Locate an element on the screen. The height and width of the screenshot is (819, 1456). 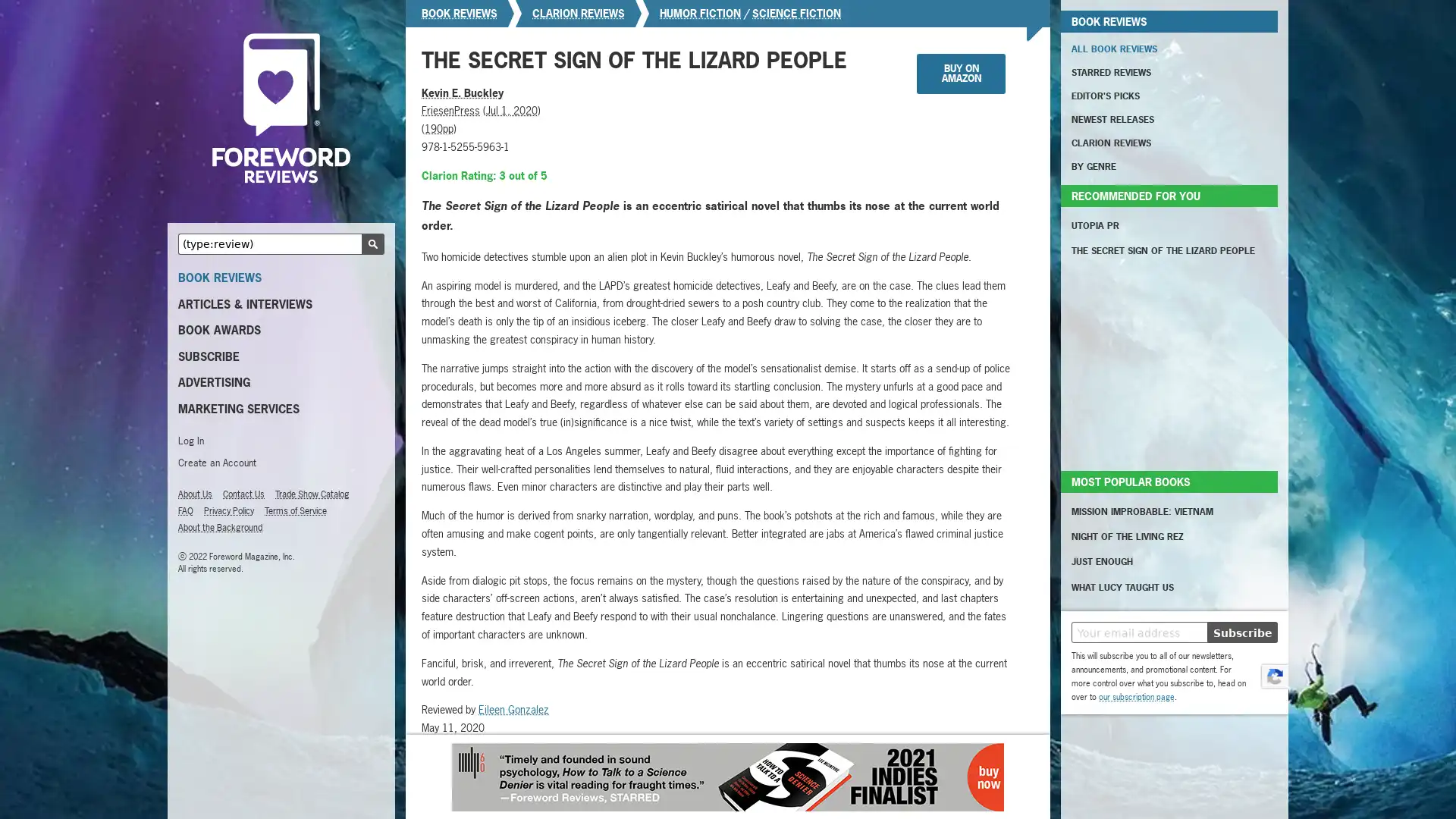
Search is located at coordinates (372, 243).